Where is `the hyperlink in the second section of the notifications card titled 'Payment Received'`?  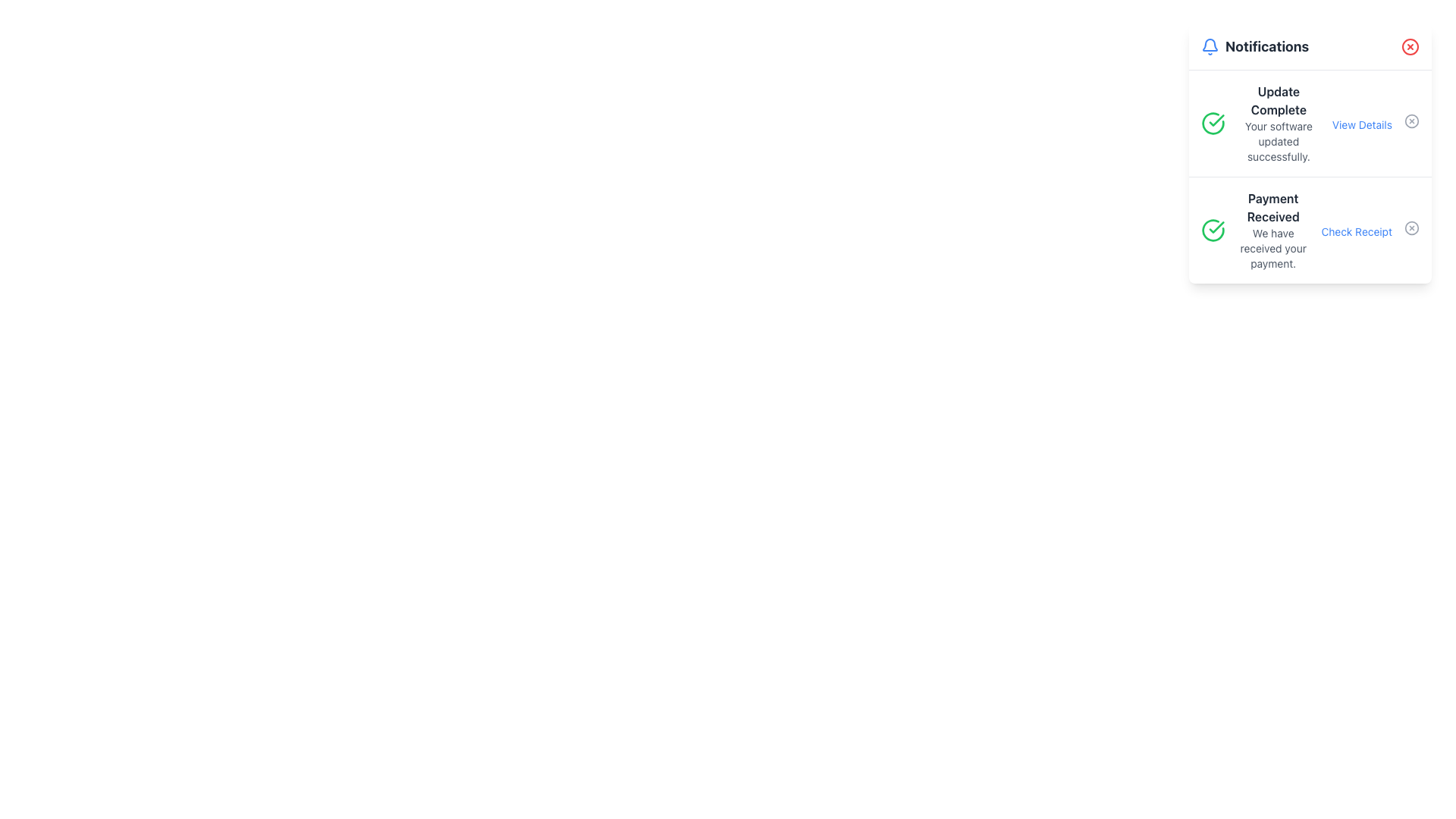
the hyperlink in the second section of the notifications card titled 'Payment Received' is located at coordinates (1370, 231).